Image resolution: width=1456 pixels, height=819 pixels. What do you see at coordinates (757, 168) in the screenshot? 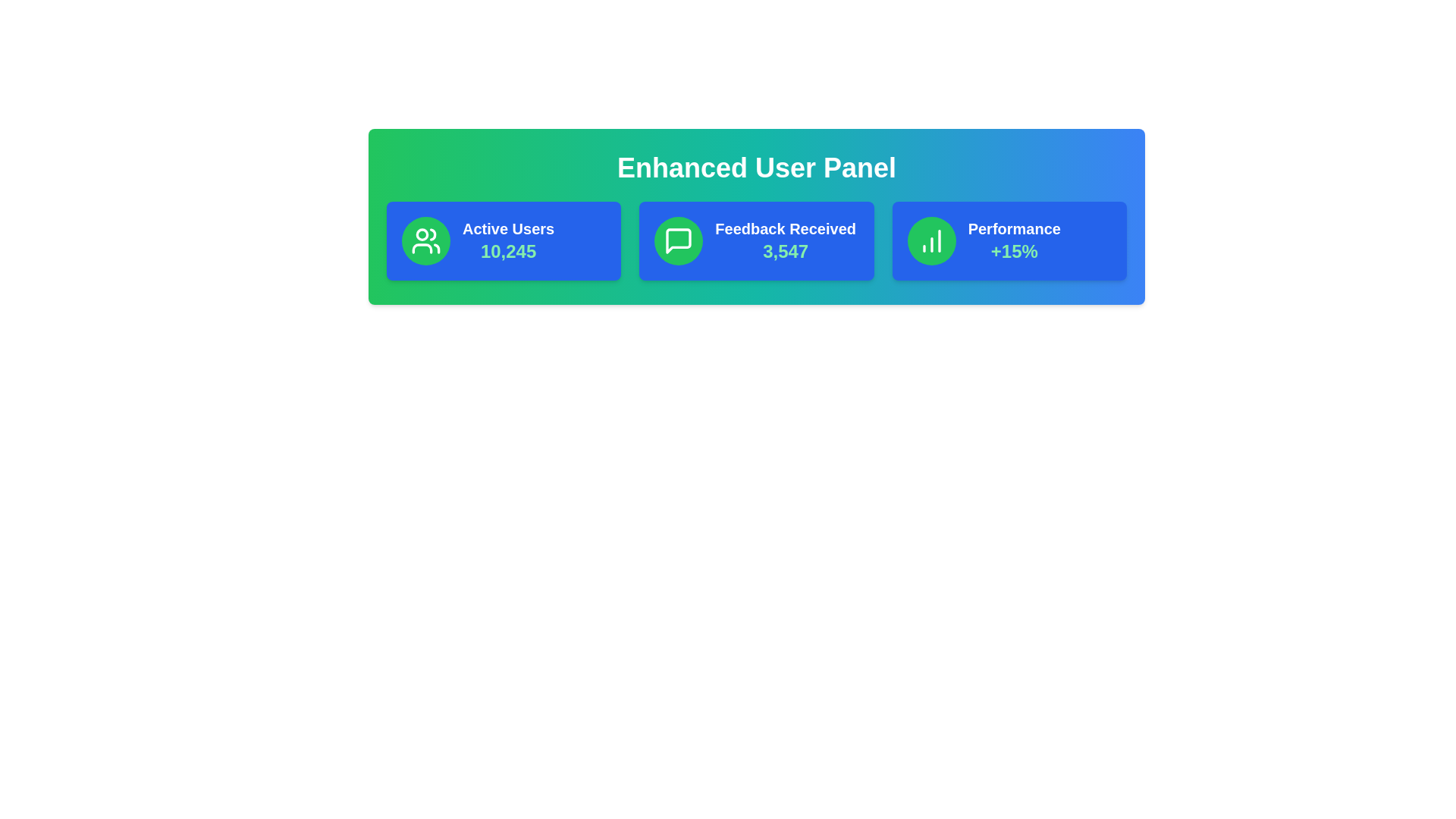
I see `the title 'Enhanced User Panel' to inspect its details` at bounding box center [757, 168].